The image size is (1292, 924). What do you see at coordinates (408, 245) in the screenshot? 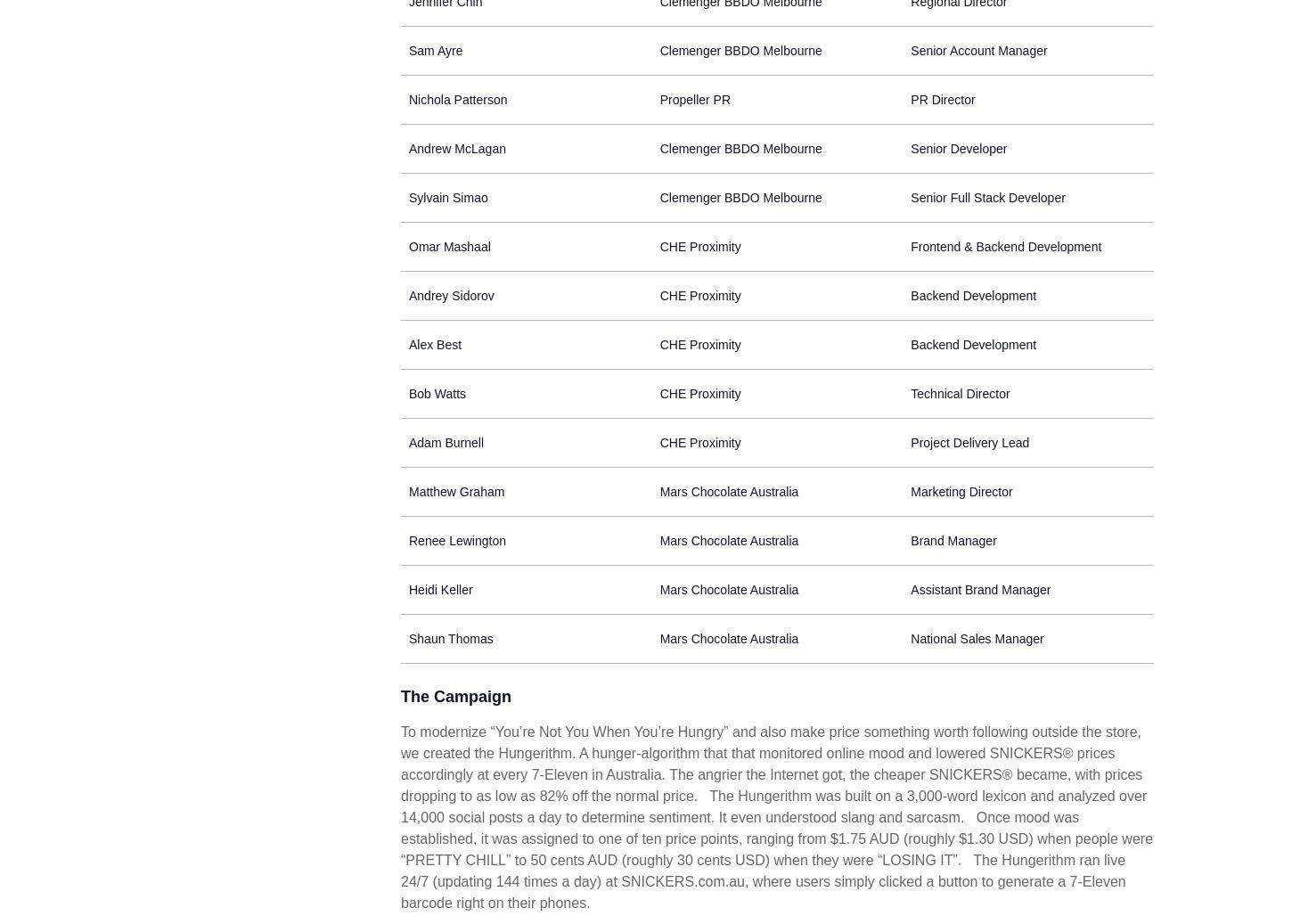
I see `'Omar Mashaal'` at bounding box center [408, 245].